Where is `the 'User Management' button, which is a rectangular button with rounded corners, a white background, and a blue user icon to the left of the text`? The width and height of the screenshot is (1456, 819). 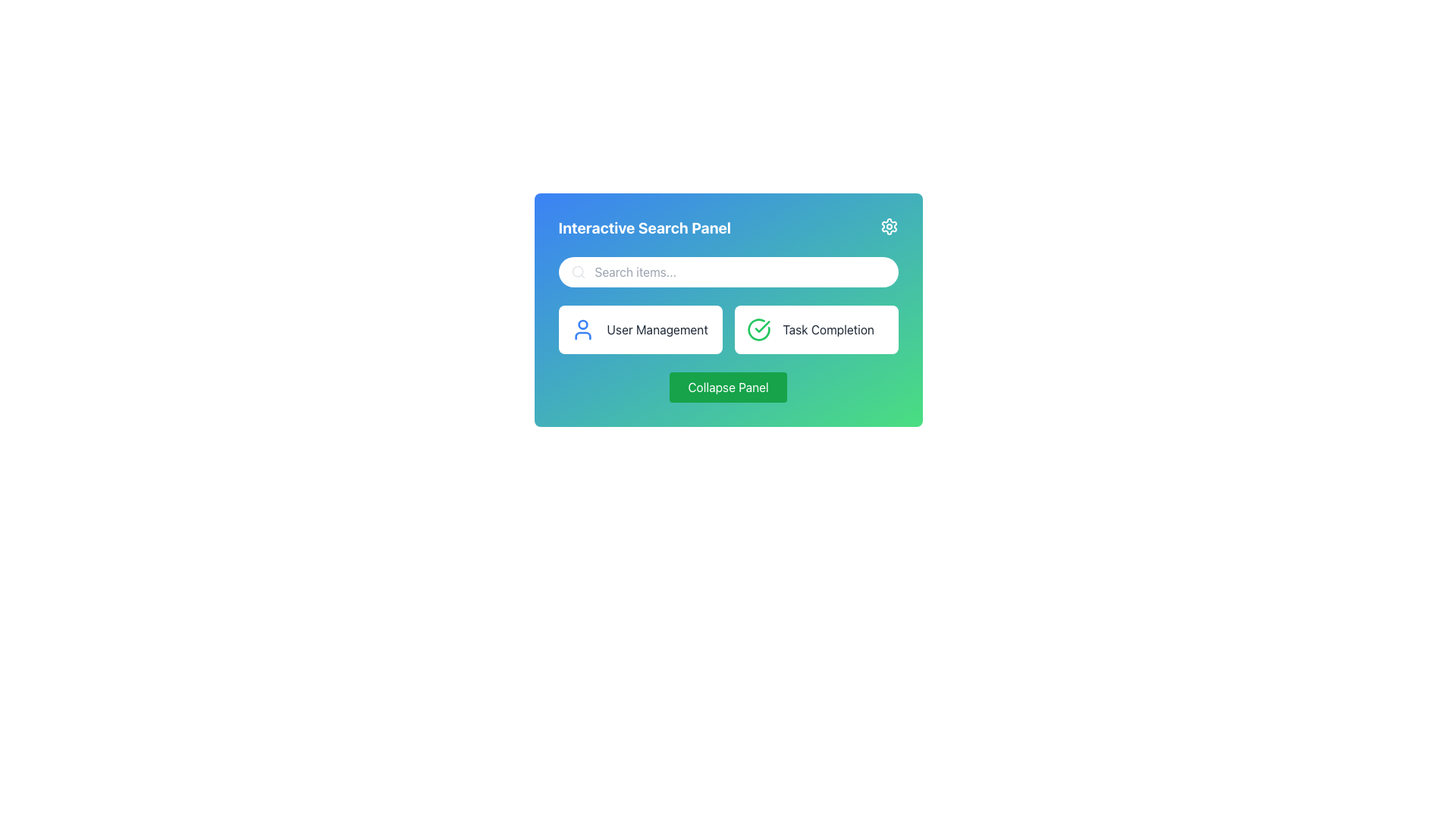 the 'User Management' button, which is a rectangular button with rounded corners, a white background, and a blue user icon to the left of the text is located at coordinates (640, 329).